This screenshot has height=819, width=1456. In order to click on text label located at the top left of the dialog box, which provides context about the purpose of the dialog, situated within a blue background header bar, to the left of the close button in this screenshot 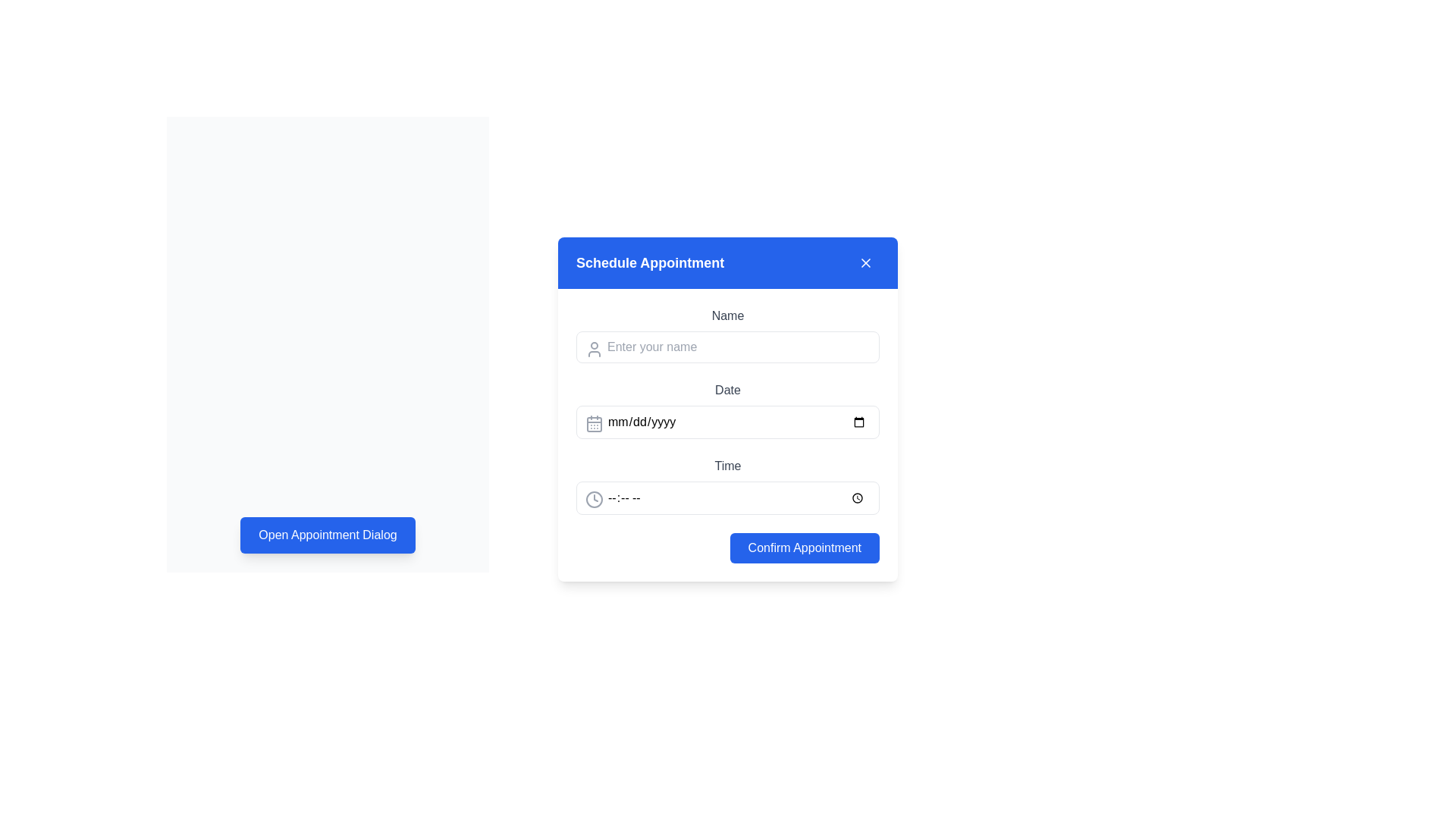, I will do `click(650, 262)`.